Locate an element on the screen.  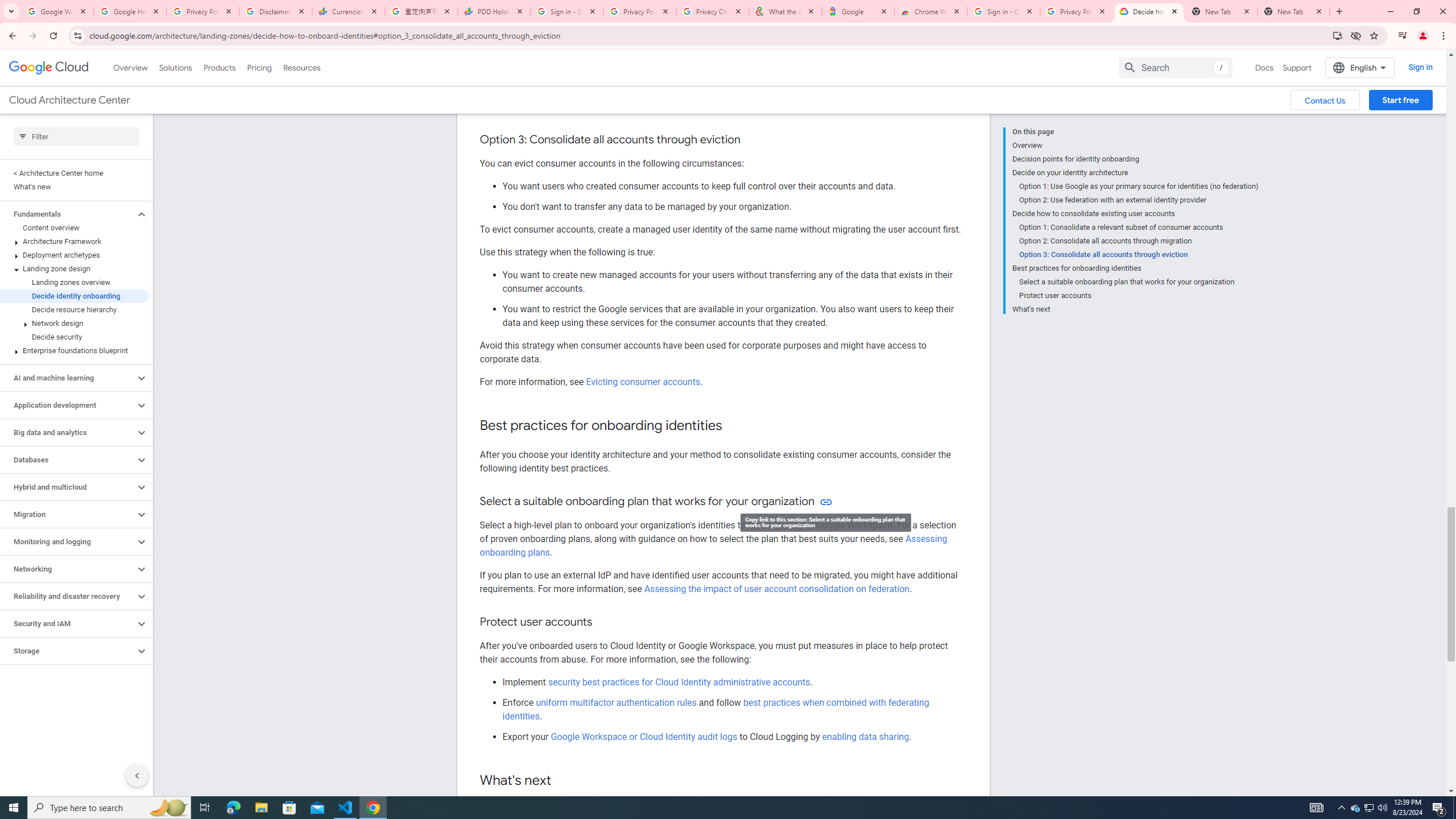
'Storage' is located at coordinates (67, 651).